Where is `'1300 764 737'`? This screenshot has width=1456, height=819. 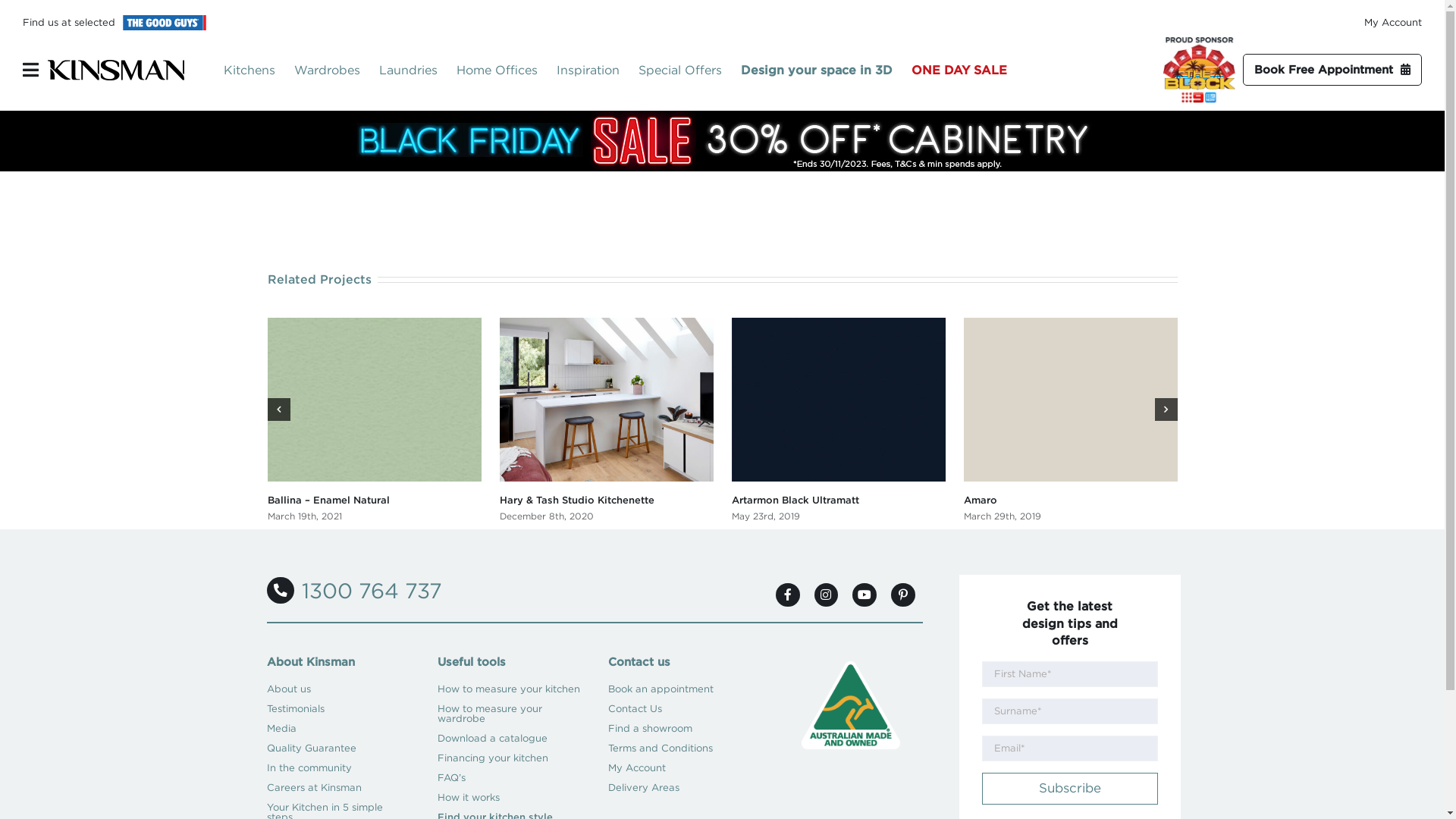 '1300 764 737' is located at coordinates (353, 590).